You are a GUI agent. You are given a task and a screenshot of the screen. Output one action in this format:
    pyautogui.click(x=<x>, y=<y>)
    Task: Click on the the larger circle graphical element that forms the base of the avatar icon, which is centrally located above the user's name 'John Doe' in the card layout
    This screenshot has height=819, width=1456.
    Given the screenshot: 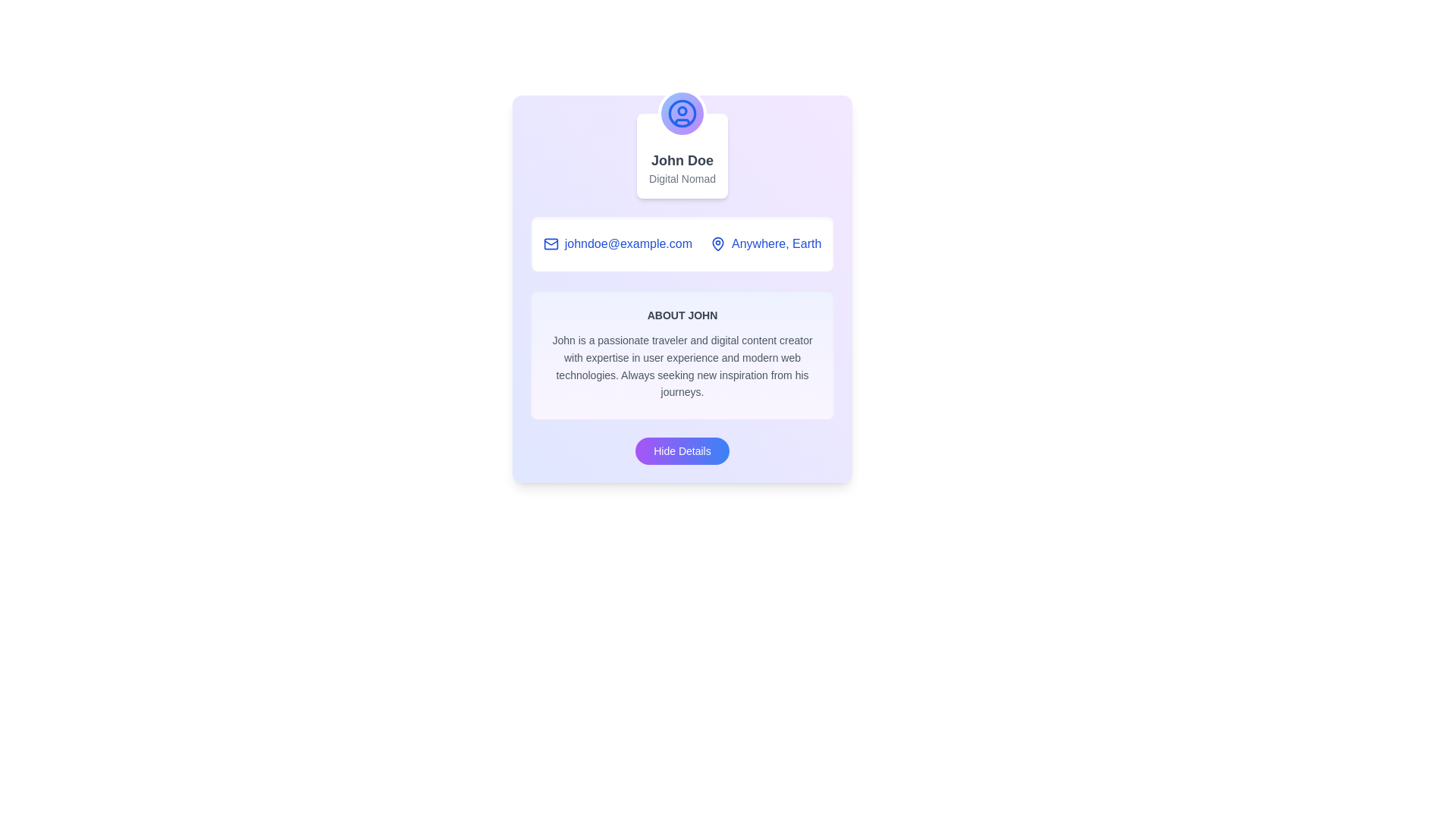 What is the action you would take?
    pyautogui.click(x=682, y=113)
    